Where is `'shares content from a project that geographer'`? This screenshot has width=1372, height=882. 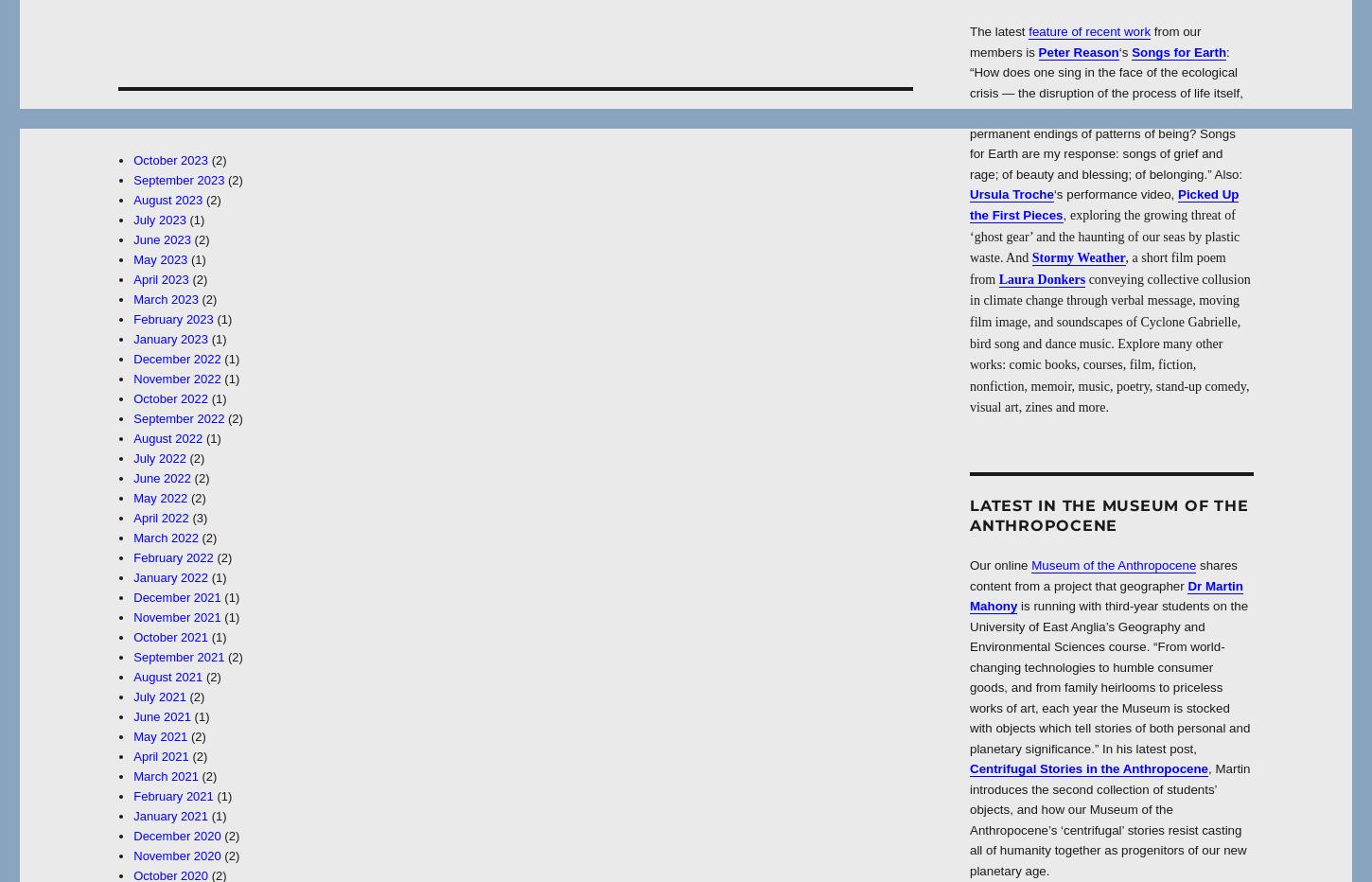
'shares content from a project that geographer' is located at coordinates (1102, 574).